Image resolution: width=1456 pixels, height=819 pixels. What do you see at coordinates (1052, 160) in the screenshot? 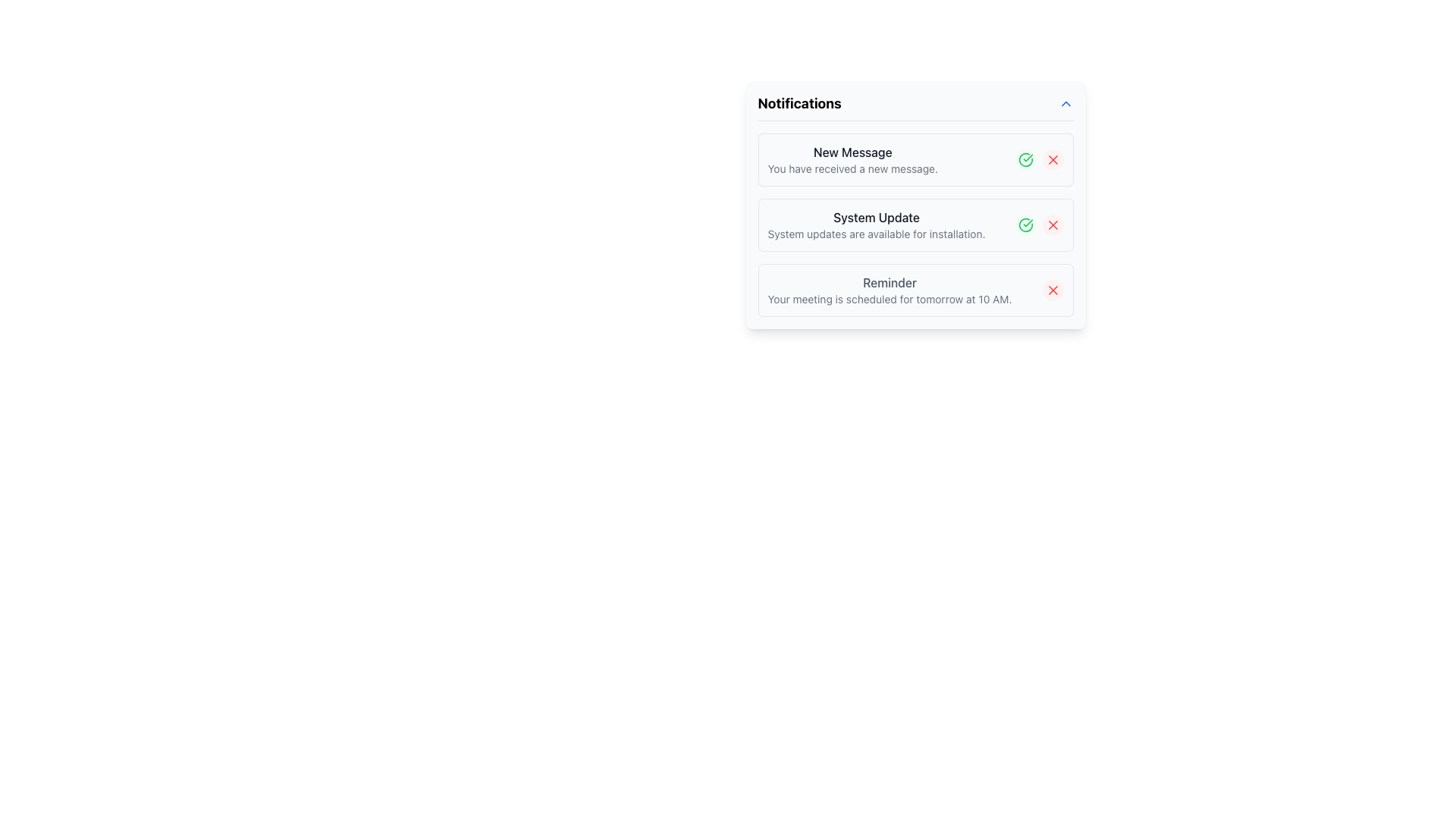
I see `the 'Delete Notification' button located at the far right of the top row in the notification list` at bounding box center [1052, 160].